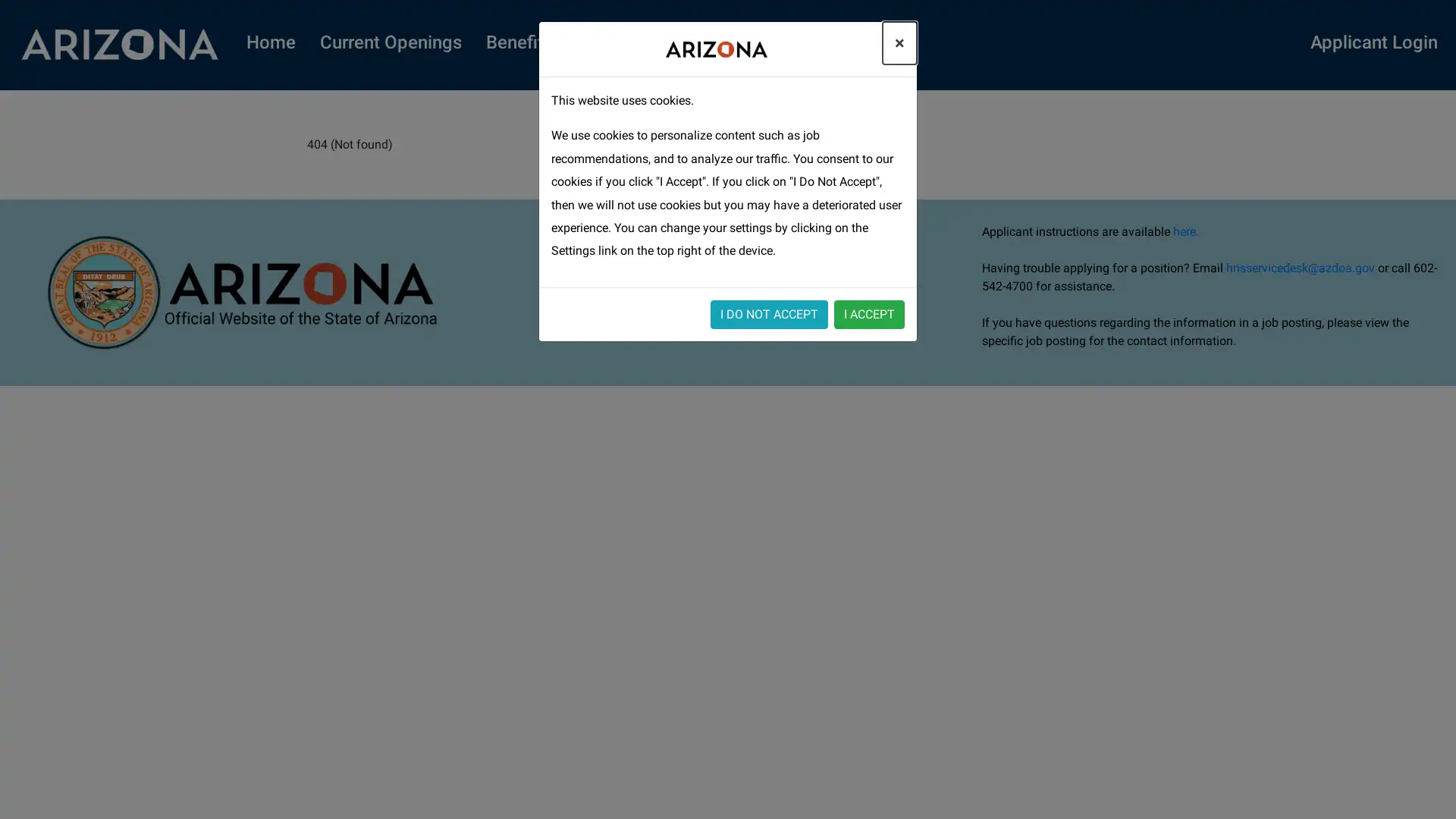 The width and height of the screenshot is (1456, 819). I want to click on Close, so click(899, 42).